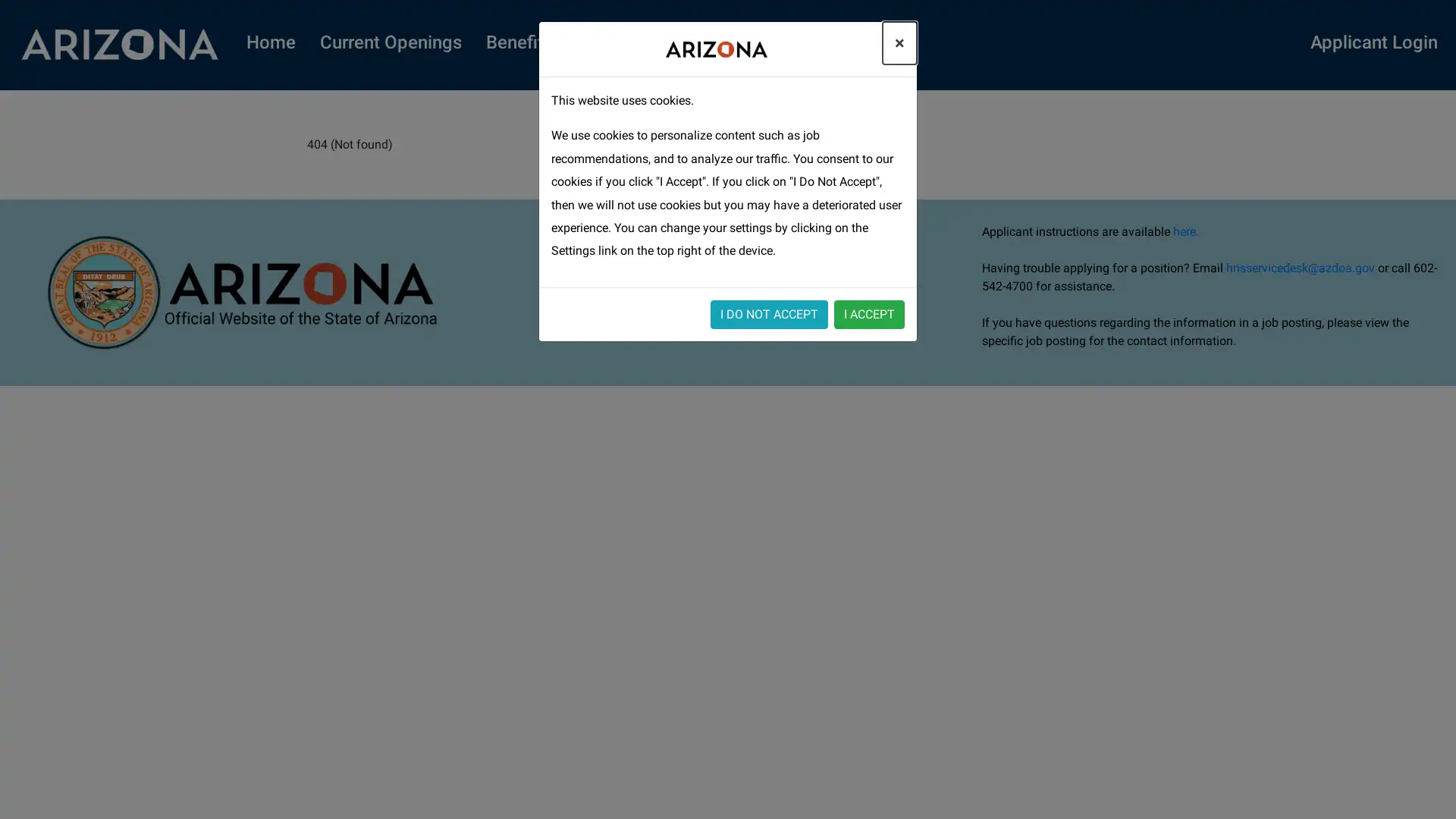 The width and height of the screenshot is (1456, 819). I want to click on Close, so click(899, 42).